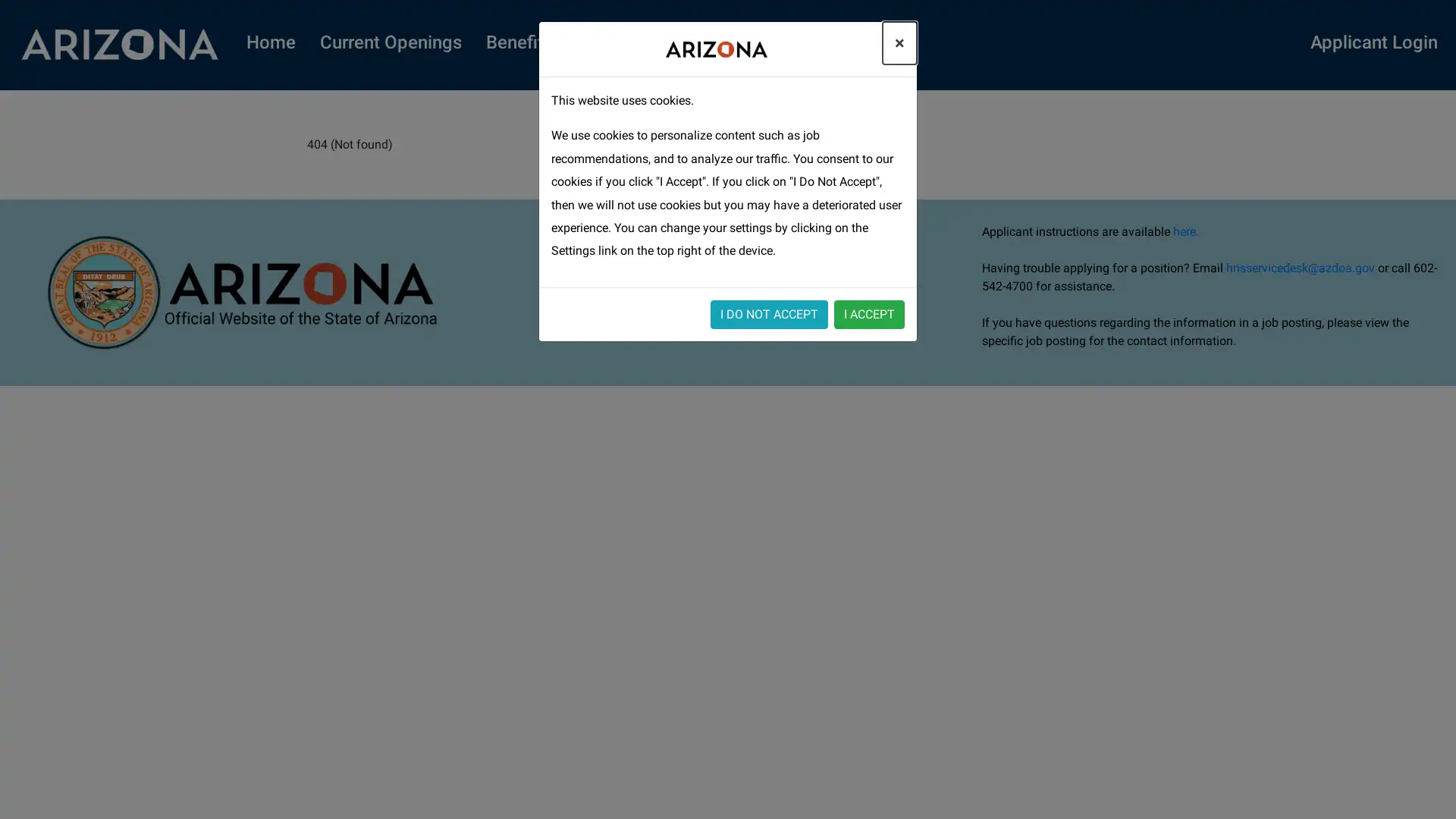 The width and height of the screenshot is (1456, 819). I want to click on Close, so click(899, 42).